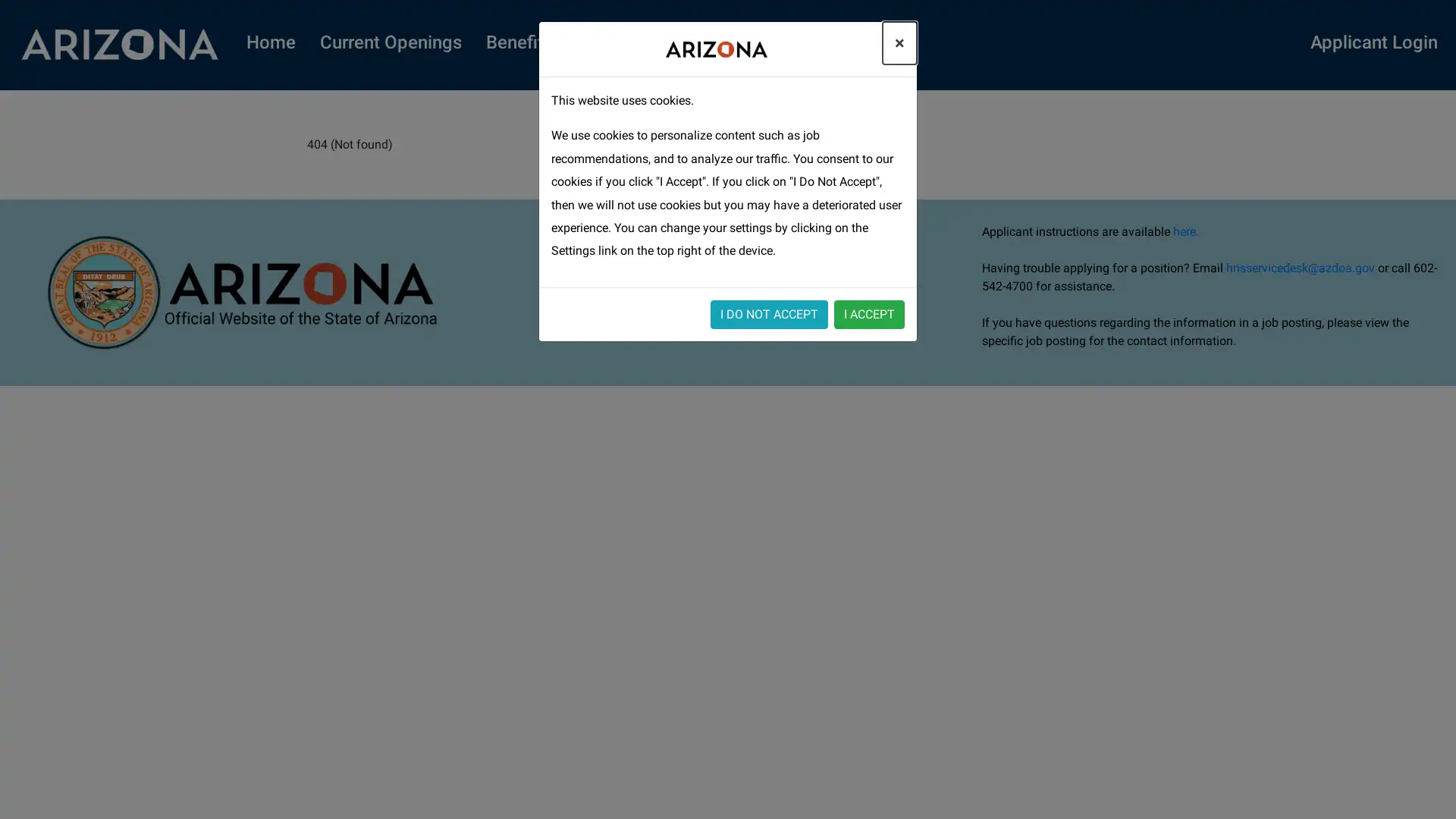 The width and height of the screenshot is (1456, 819). I want to click on Close, so click(899, 42).